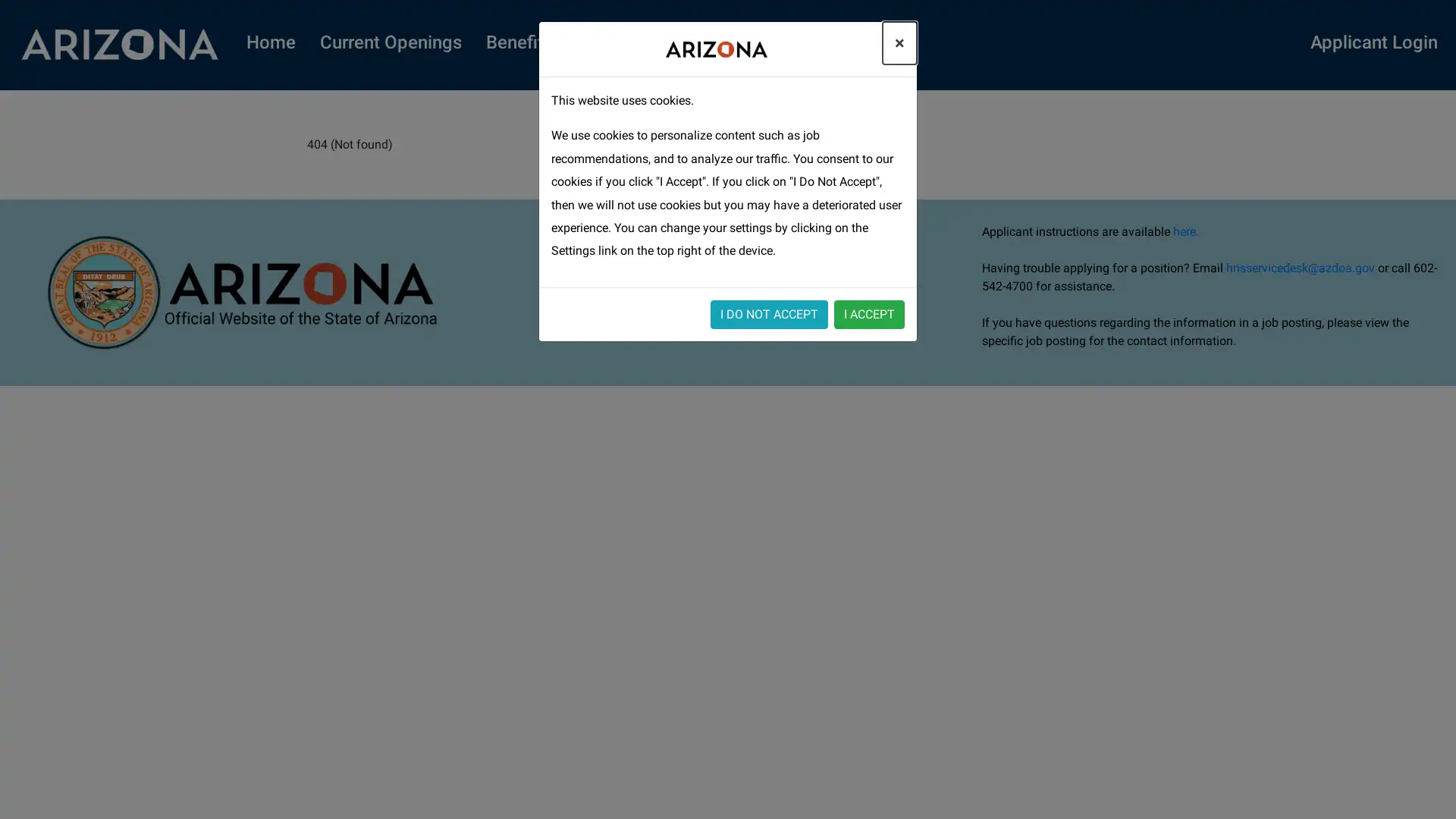 The width and height of the screenshot is (1456, 819). I want to click on Close, so click(899, 42).